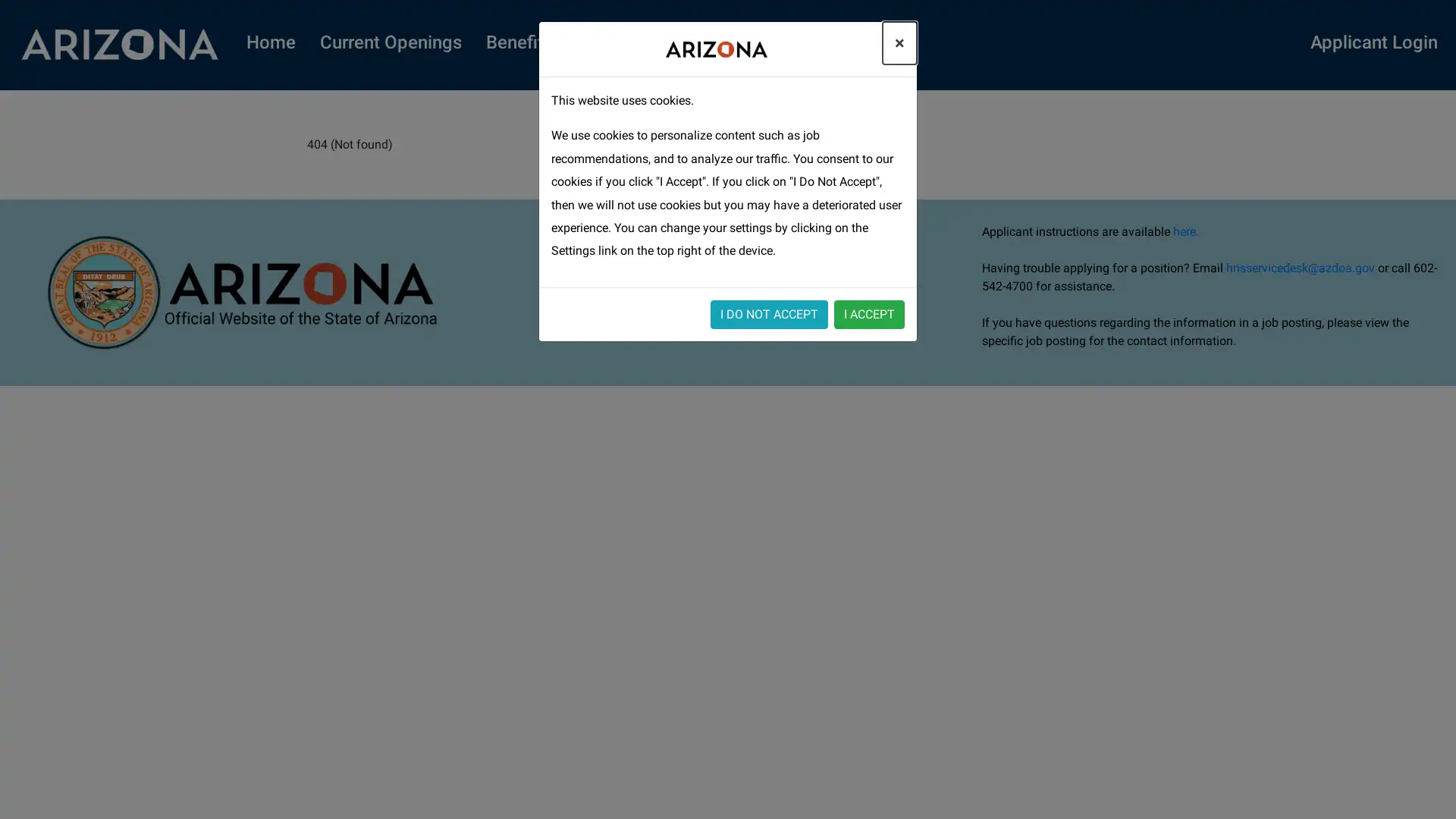 The width and height of the screenshot is (1456, 819). I want to click on Close, so click(899, 42).